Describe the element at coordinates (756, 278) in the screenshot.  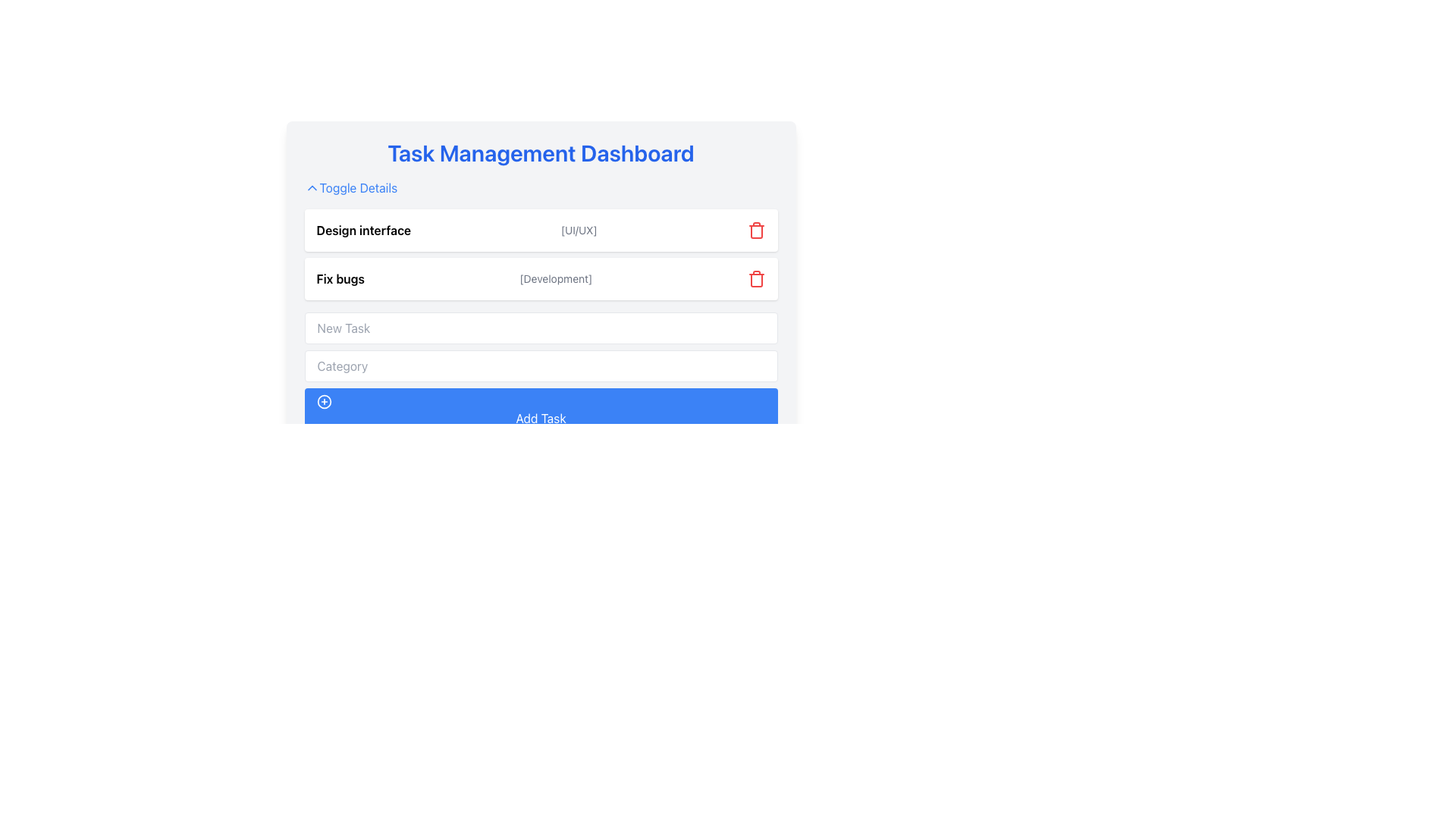
I see `the red trash can icon button located at the far-right end of the task item titled 'Fix bugs'` at that location.